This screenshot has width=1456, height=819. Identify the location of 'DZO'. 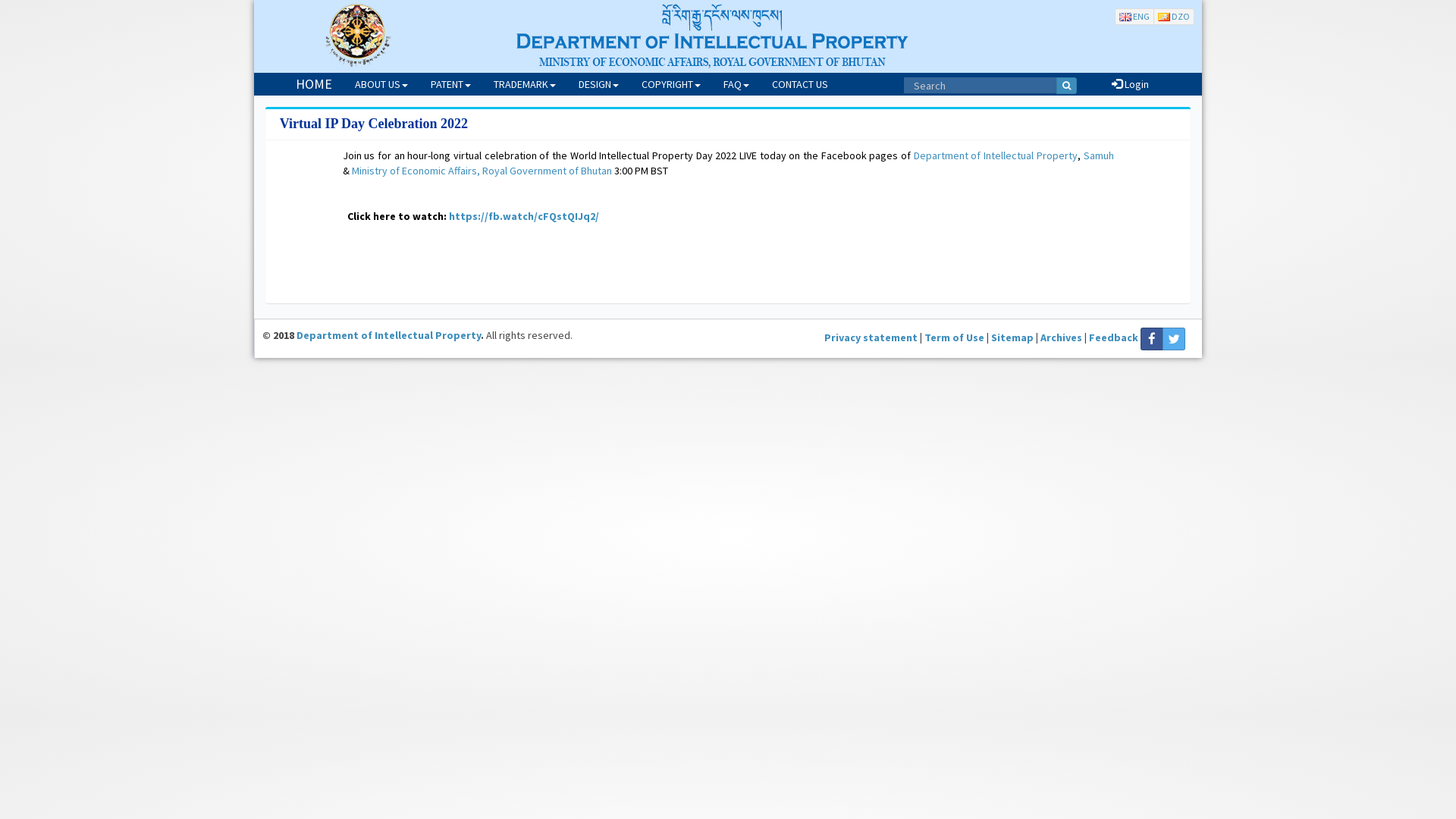
(1173, 17).